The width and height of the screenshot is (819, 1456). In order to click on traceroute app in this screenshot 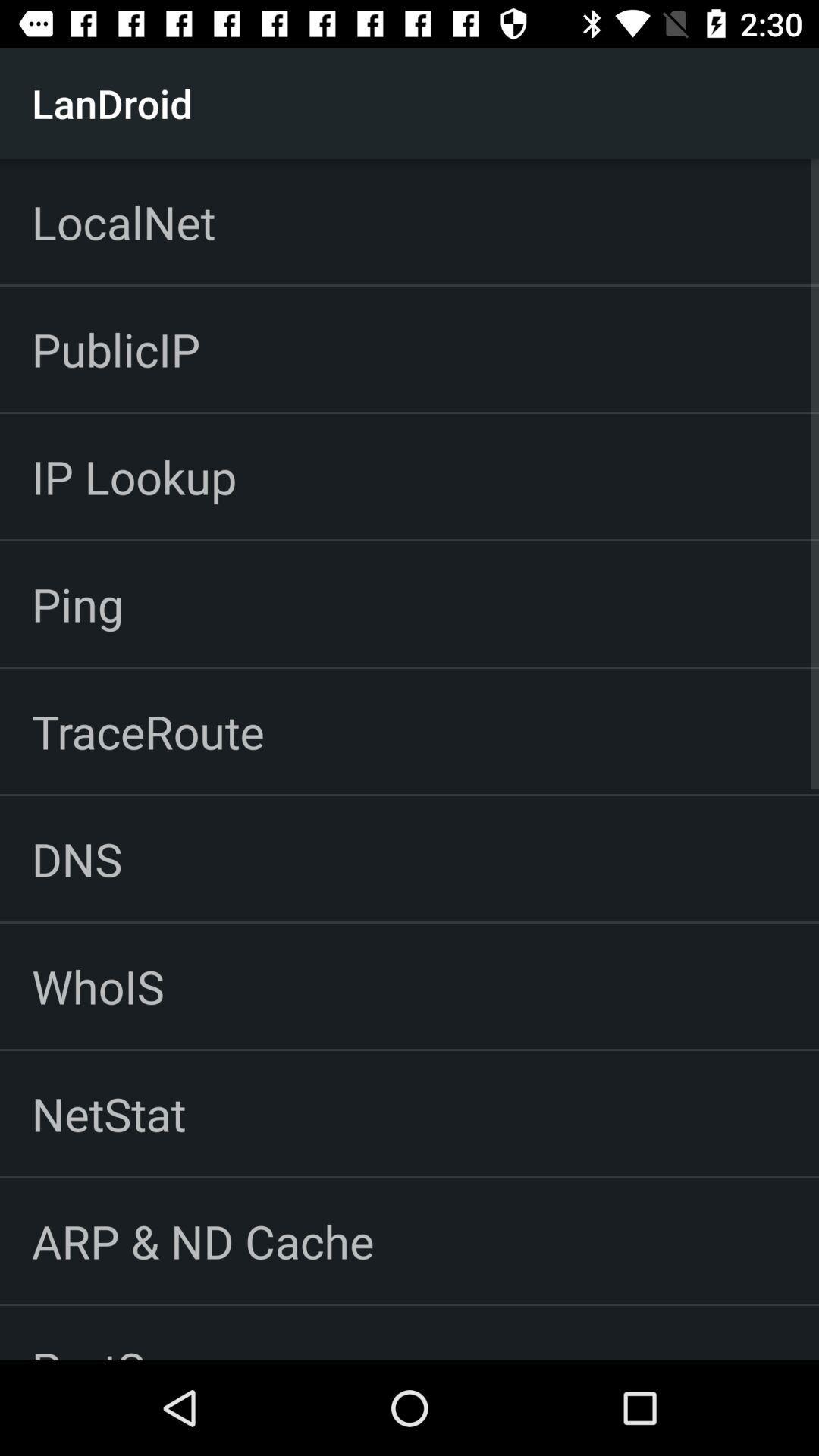, I will do `click(148, 731)`.